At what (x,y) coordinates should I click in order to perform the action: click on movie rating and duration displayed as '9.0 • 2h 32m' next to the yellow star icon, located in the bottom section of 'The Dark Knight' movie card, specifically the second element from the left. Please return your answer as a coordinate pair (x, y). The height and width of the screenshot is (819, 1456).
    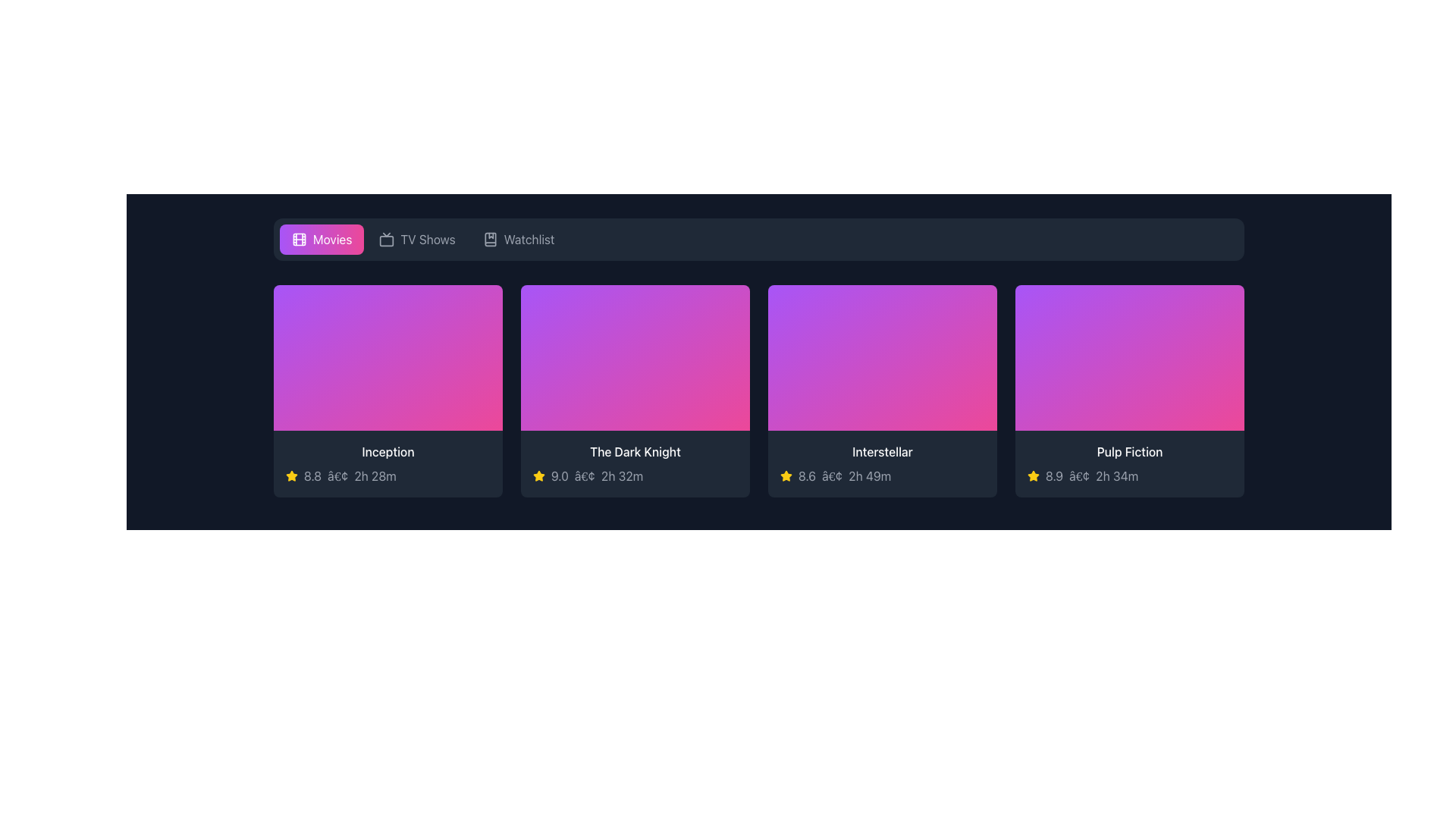
    Looking at the image, I should click on (635, 475).